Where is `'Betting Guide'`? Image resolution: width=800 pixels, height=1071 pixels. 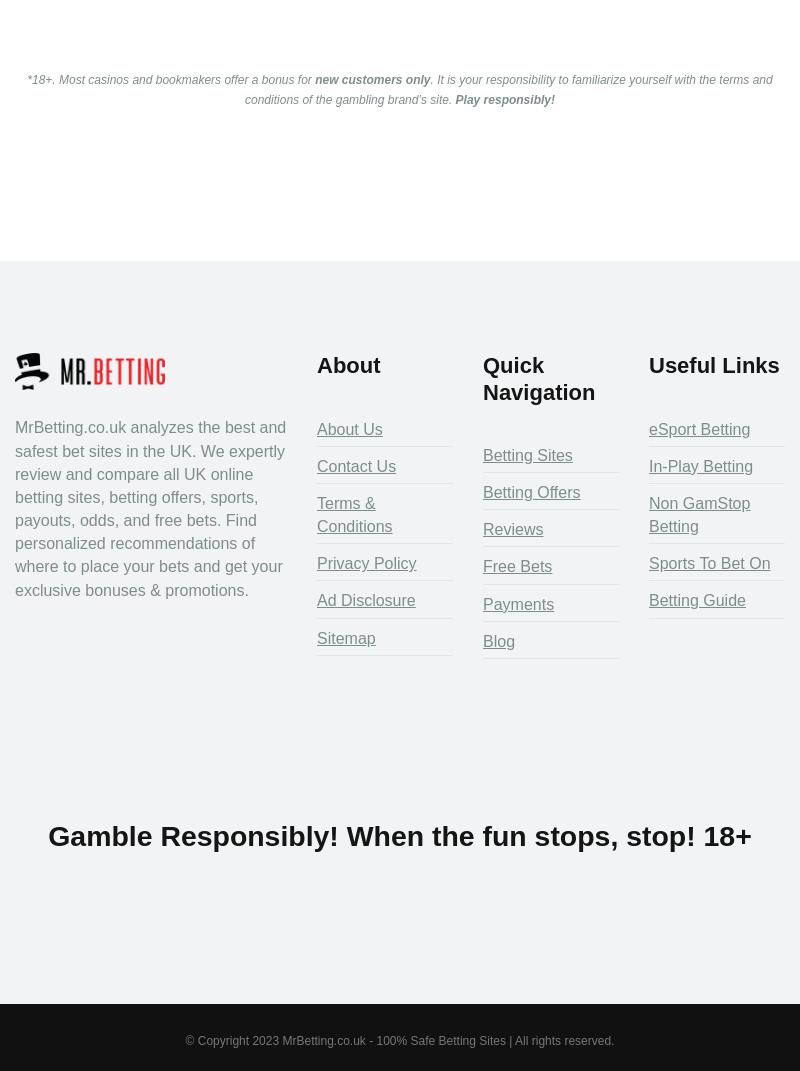 'Betting Guide' is located at coordinates (697, 600).